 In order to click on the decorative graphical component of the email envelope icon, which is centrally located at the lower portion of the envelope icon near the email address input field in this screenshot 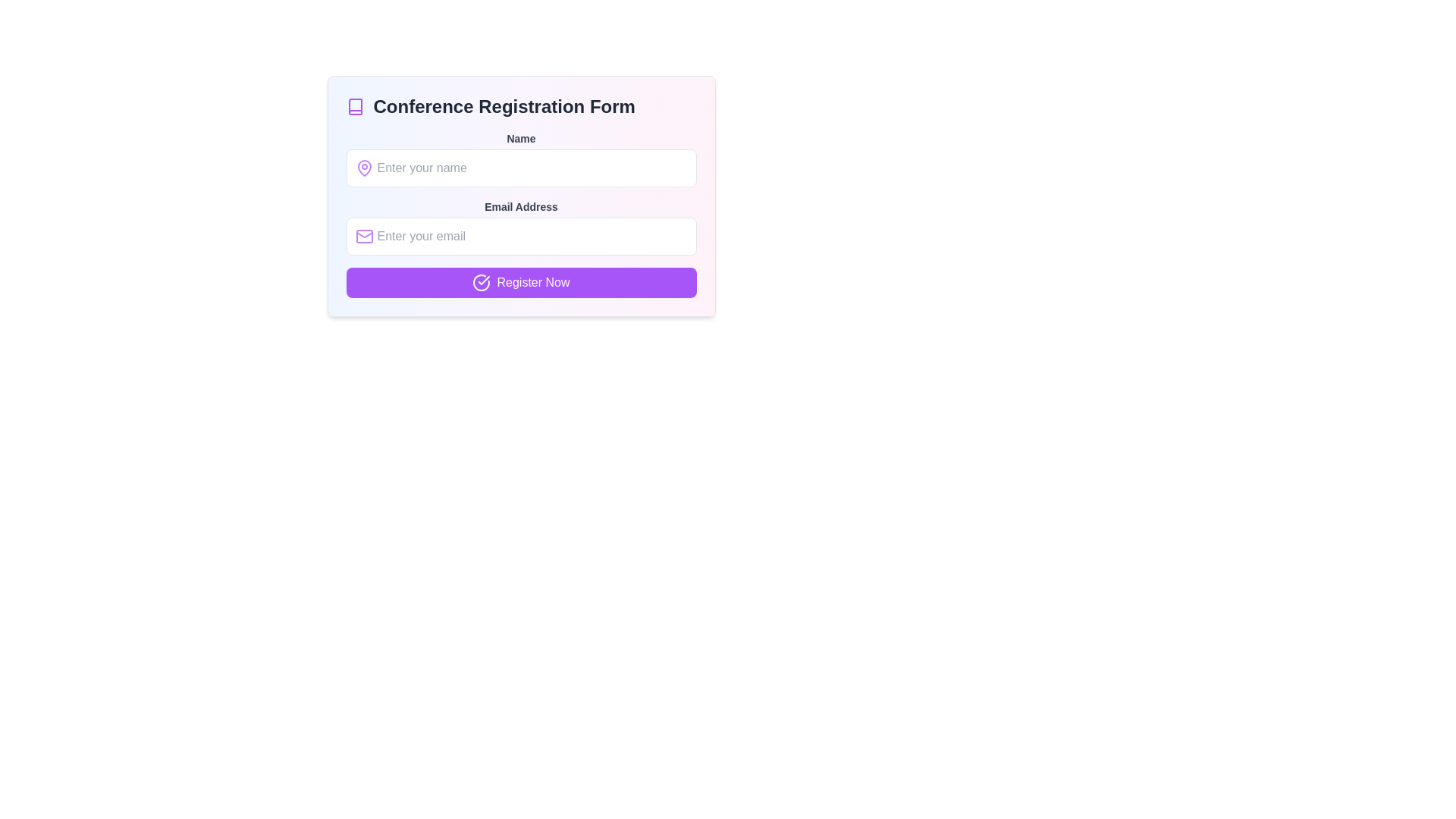, I will do `click(364, 234)`.